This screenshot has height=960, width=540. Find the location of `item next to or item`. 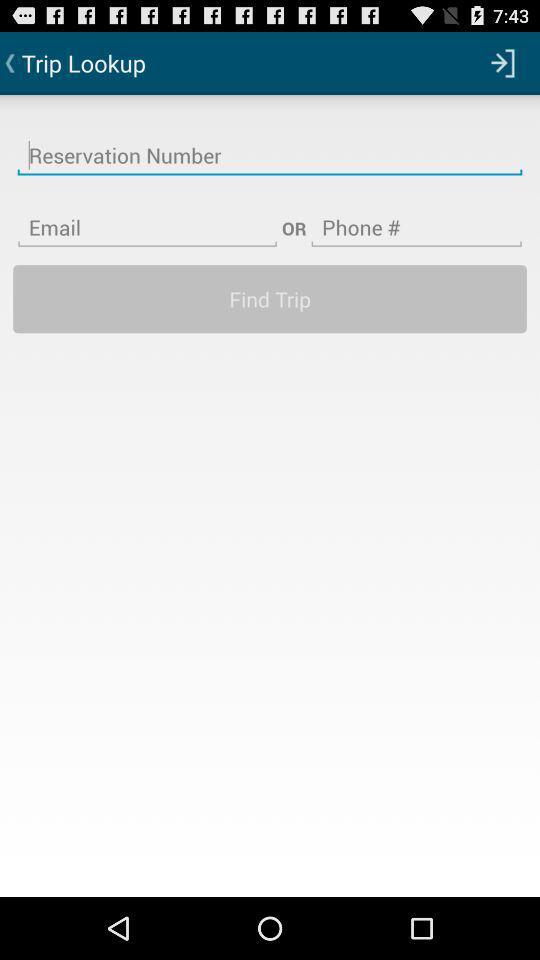

item next to or item is located at coordinates (146, 215).